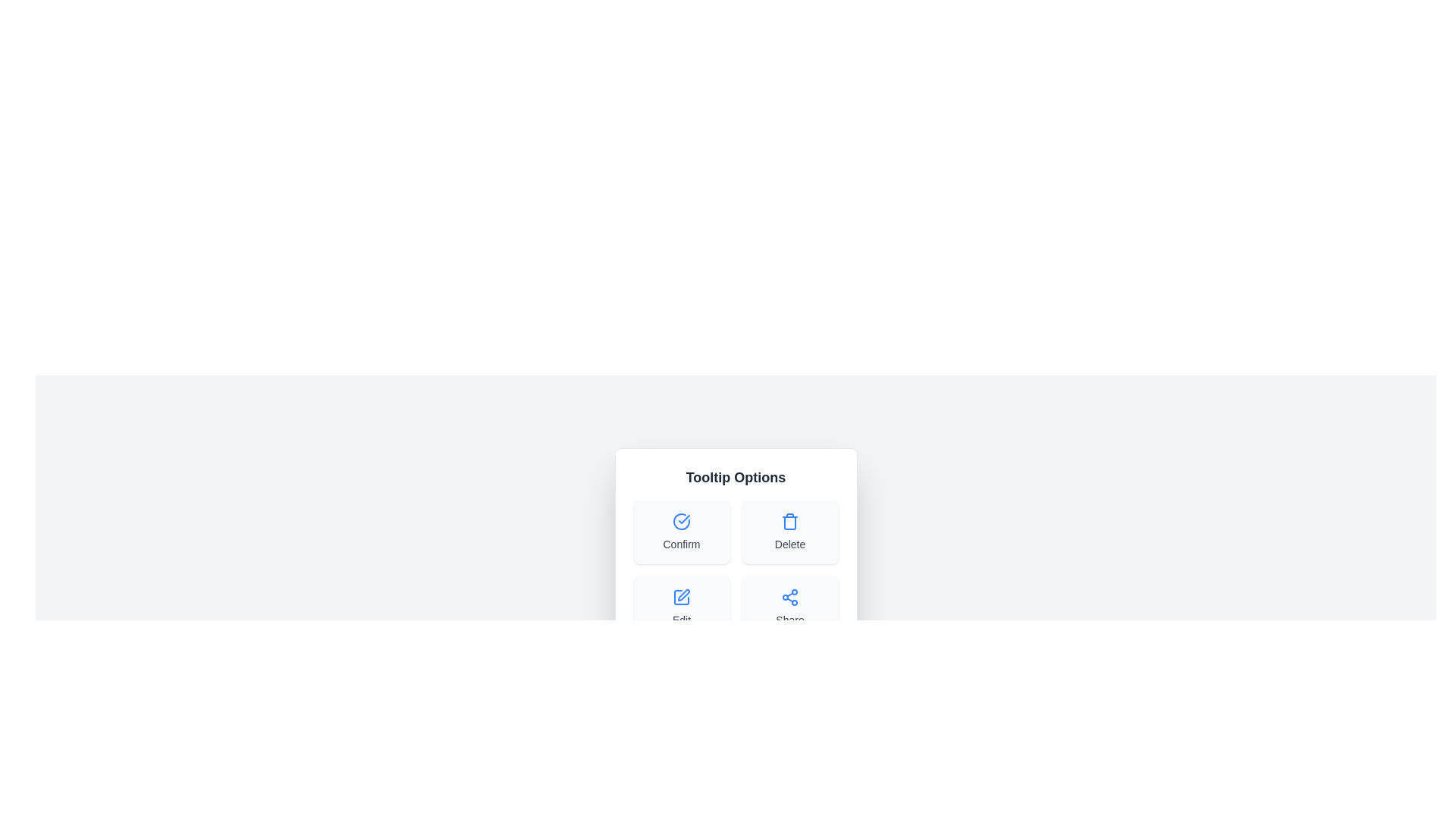 Image resolution: width=1456 pixels, height=819 pixels. I want to click on the Tooltip Menu using keyboard focus, which offers options like Confirm, Delete, Edit, and Share, positioned near the top of the visible content area, so click(736, 553).